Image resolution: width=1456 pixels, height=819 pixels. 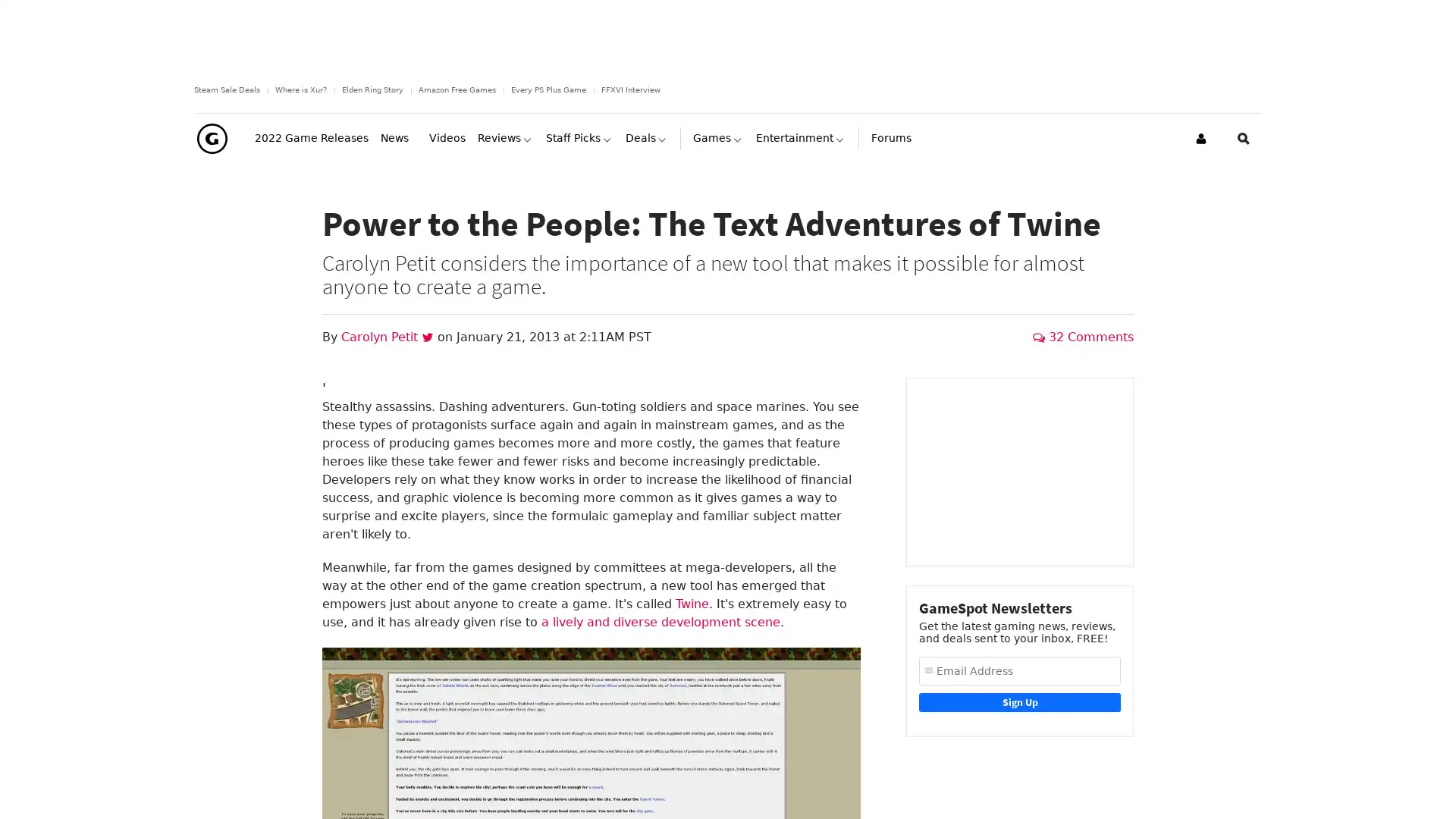 What do you see at coordinates (1019, 708) in the screenshot?
I see `Sign Up` at bounding box center [1019, 708].